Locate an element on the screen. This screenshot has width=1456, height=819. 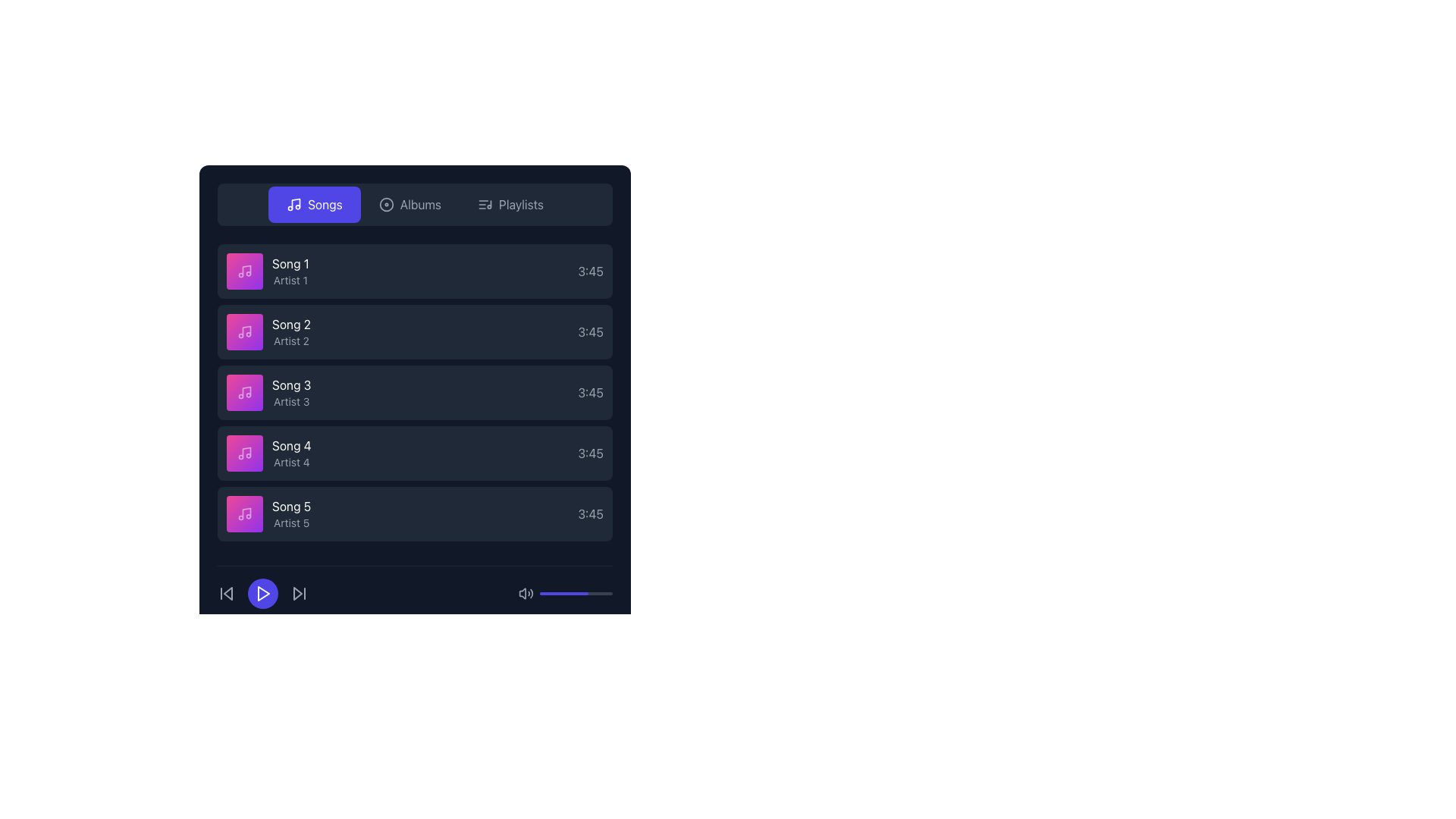
the volume slider is located at coordinates (568, 593).